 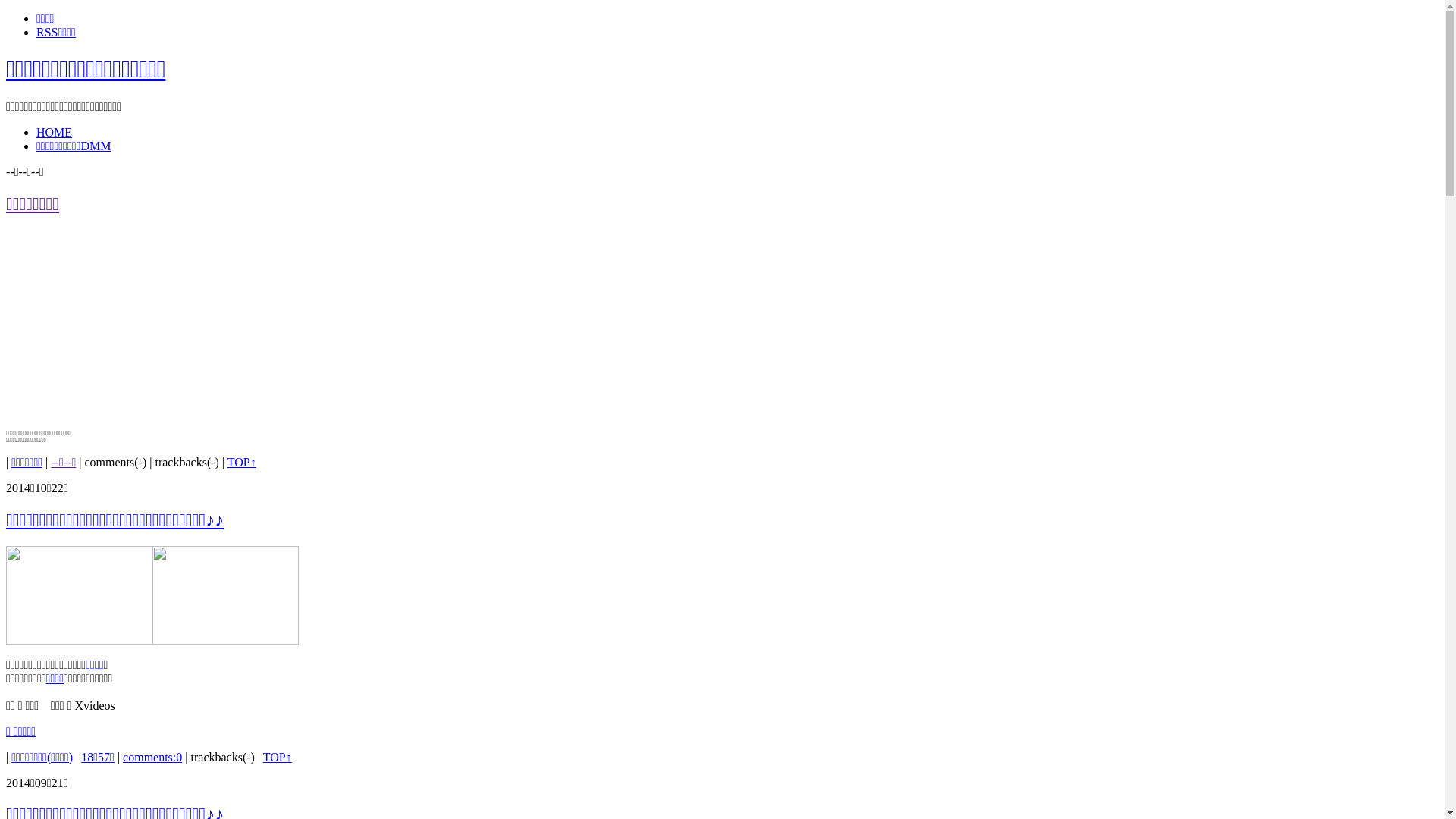 What do you see at coordinates (152, 757) in the screenshot?
I see `'comments:0'` at bounding box center [152, 757].